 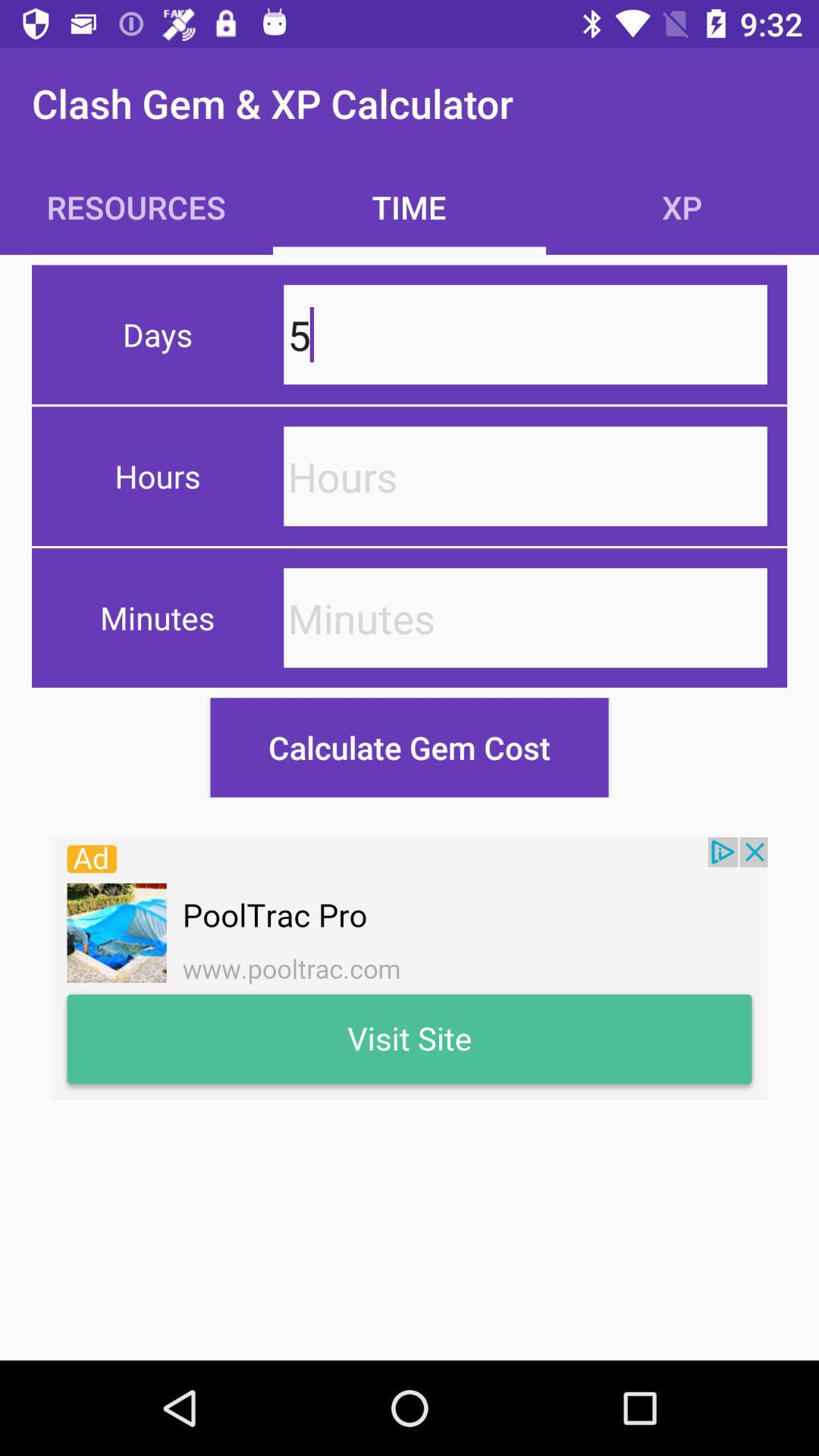 What do you see at coordinates (409, 968) in the screenshot?
I see `click advertisement` at bounding box center [409, 968].